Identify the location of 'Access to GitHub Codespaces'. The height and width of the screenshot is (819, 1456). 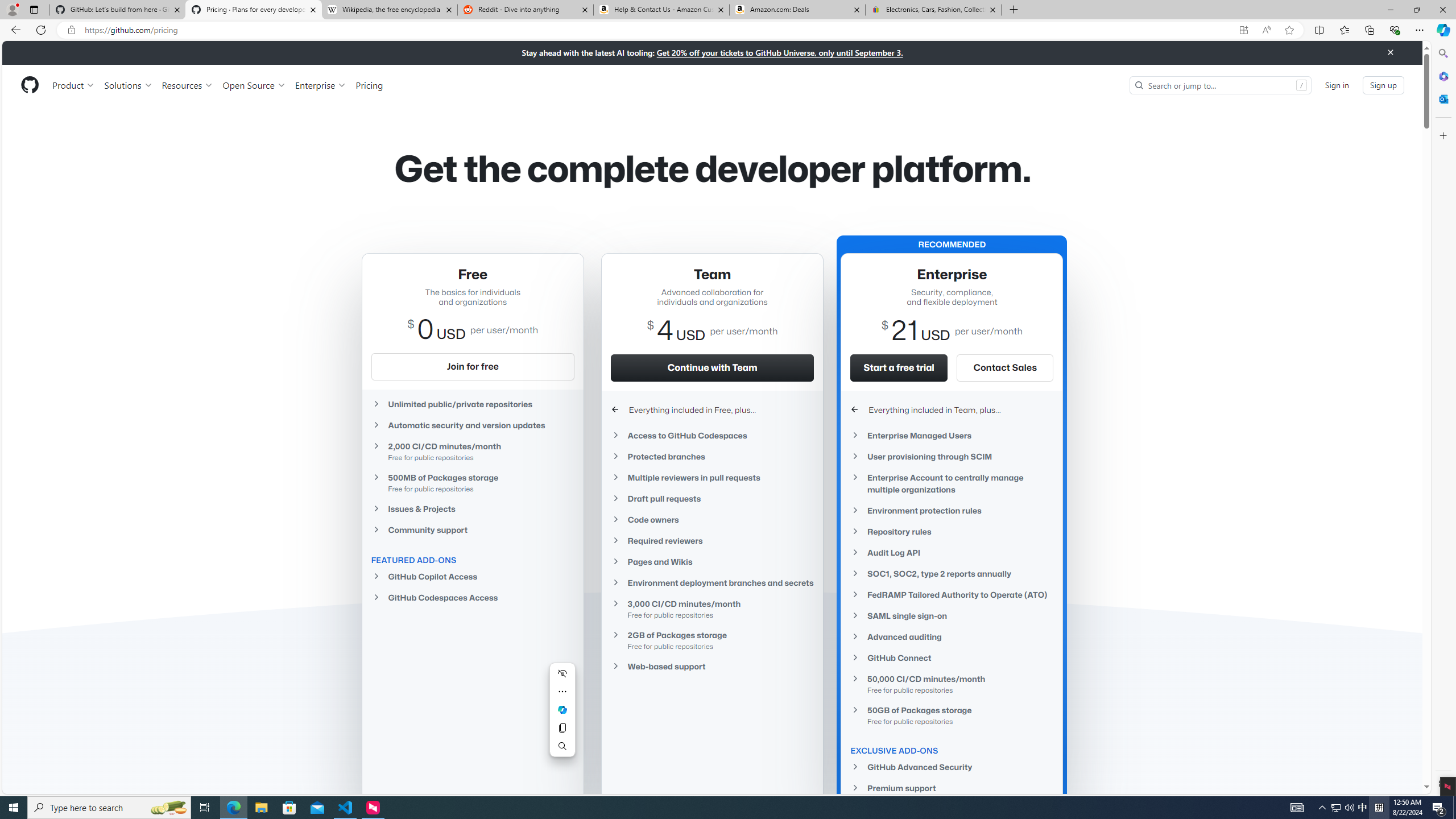
(712, 435).